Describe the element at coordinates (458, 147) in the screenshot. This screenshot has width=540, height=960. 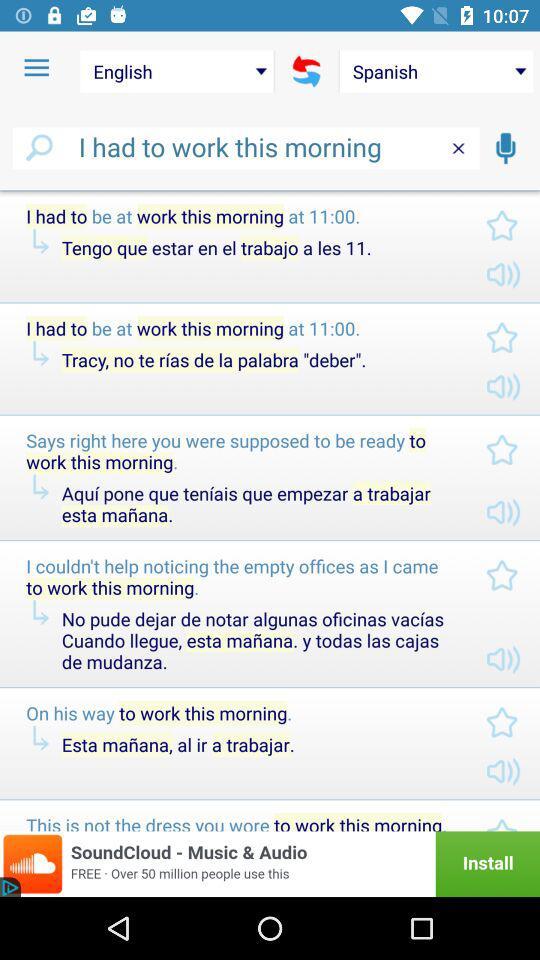
I see `delete option` at that location.